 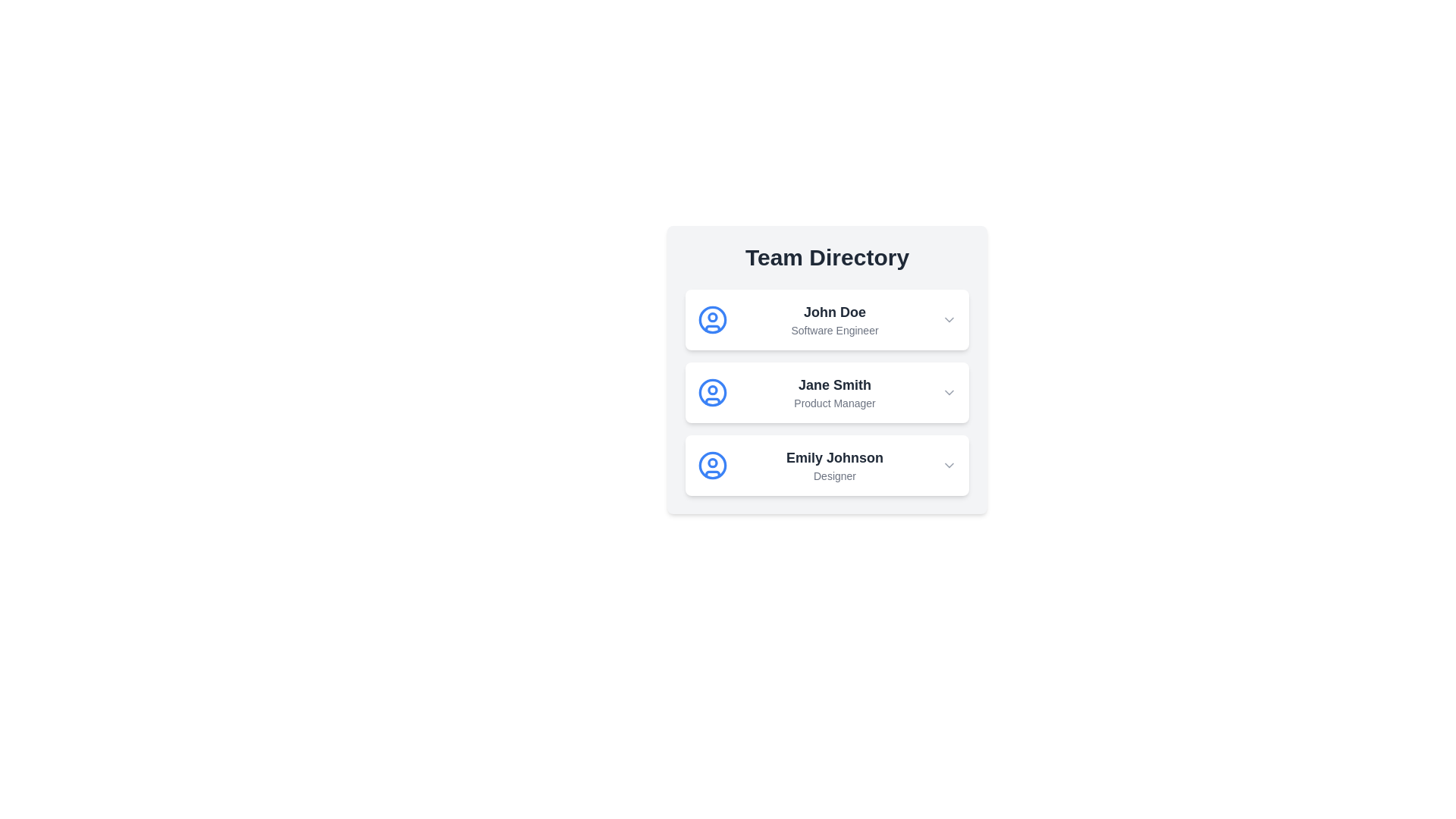 I want to click on the dropdown icon for John Doe to reveal additional options, so click(x=949, y=318).